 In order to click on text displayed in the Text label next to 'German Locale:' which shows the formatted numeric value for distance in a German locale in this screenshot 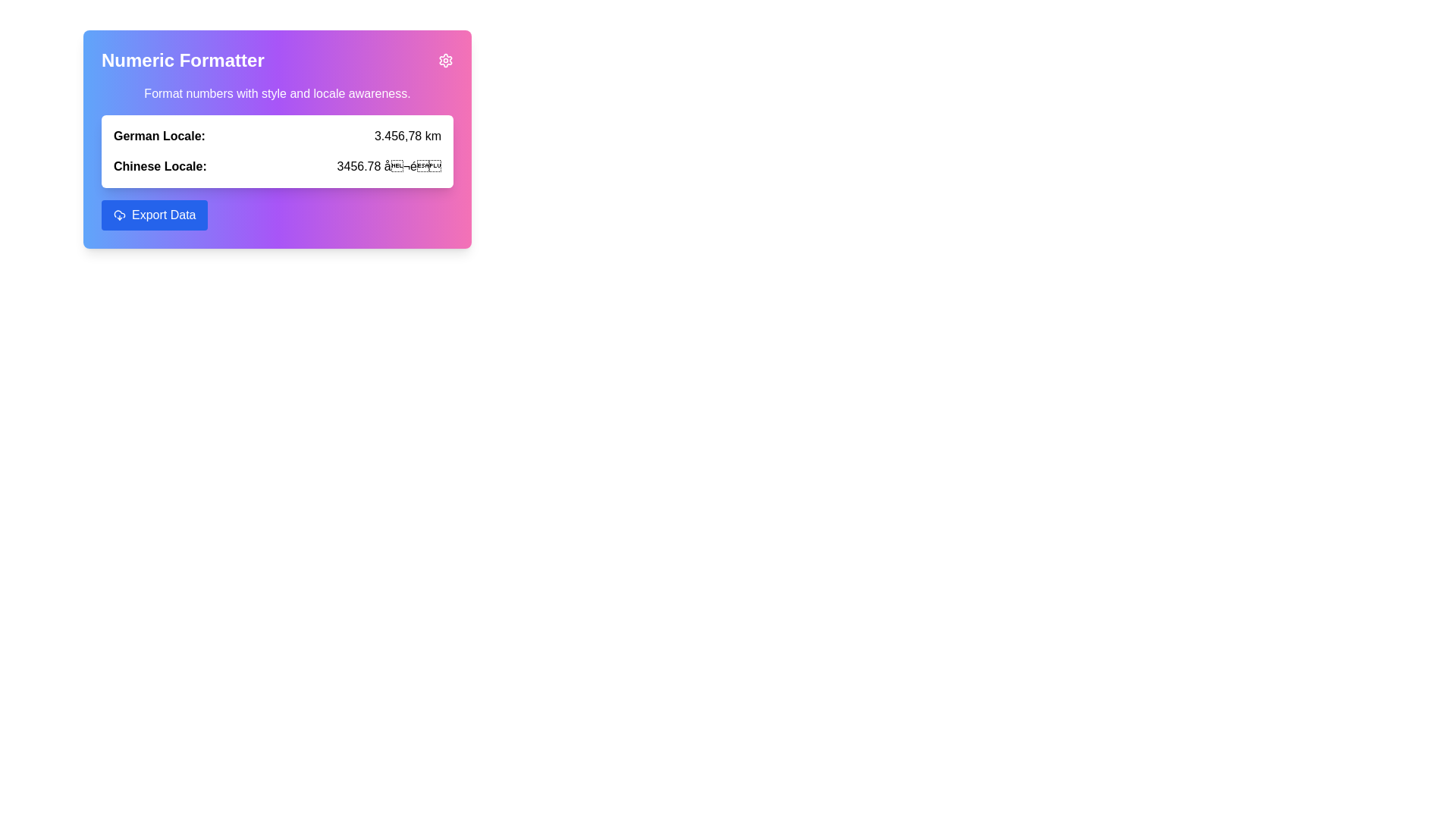, I will do `click(407, 136)`.